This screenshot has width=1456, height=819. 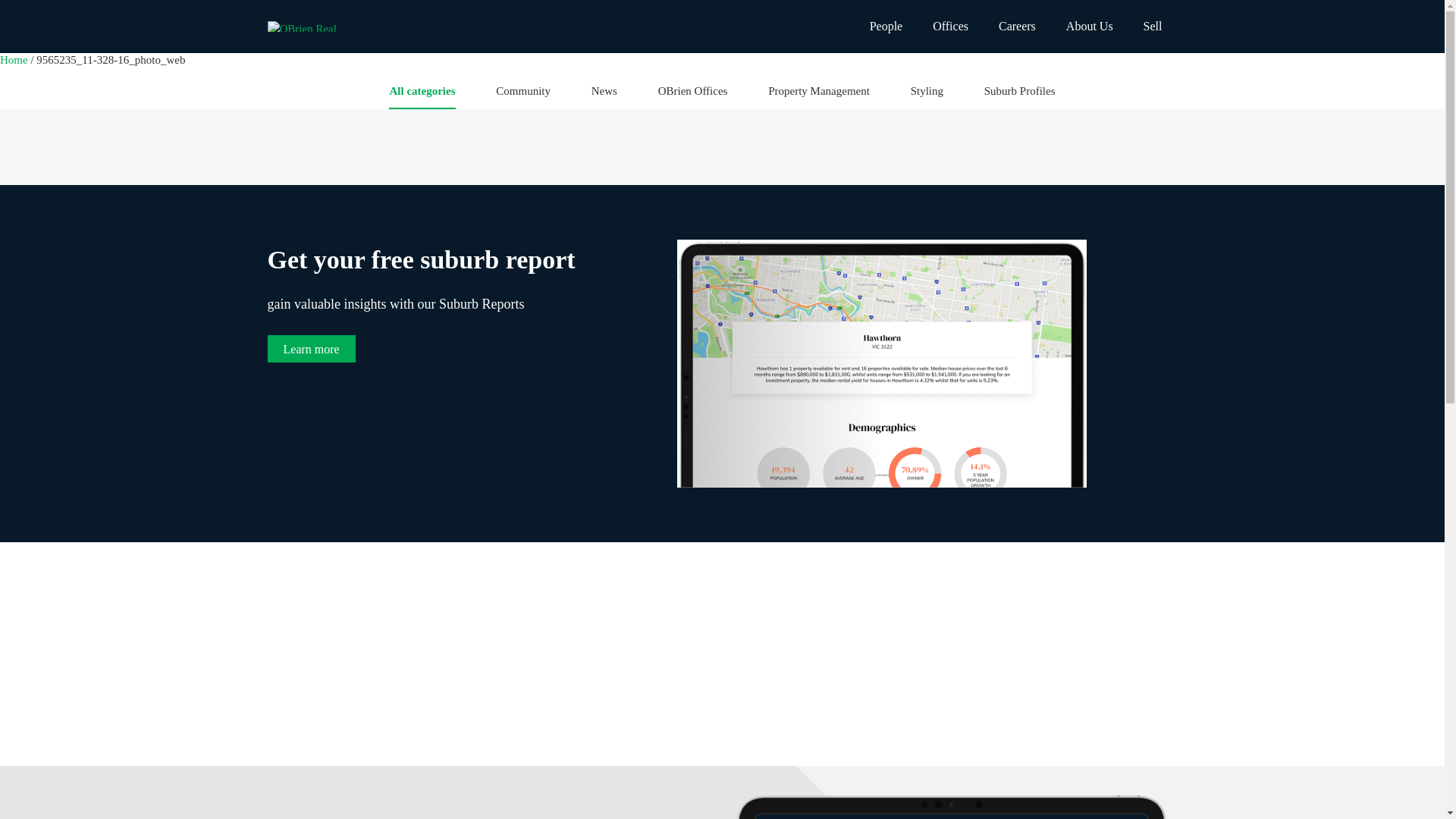 What do you see at coordinates (886, 26) in the screenshot?
I see `'People'` at bounding box center [886, 26].